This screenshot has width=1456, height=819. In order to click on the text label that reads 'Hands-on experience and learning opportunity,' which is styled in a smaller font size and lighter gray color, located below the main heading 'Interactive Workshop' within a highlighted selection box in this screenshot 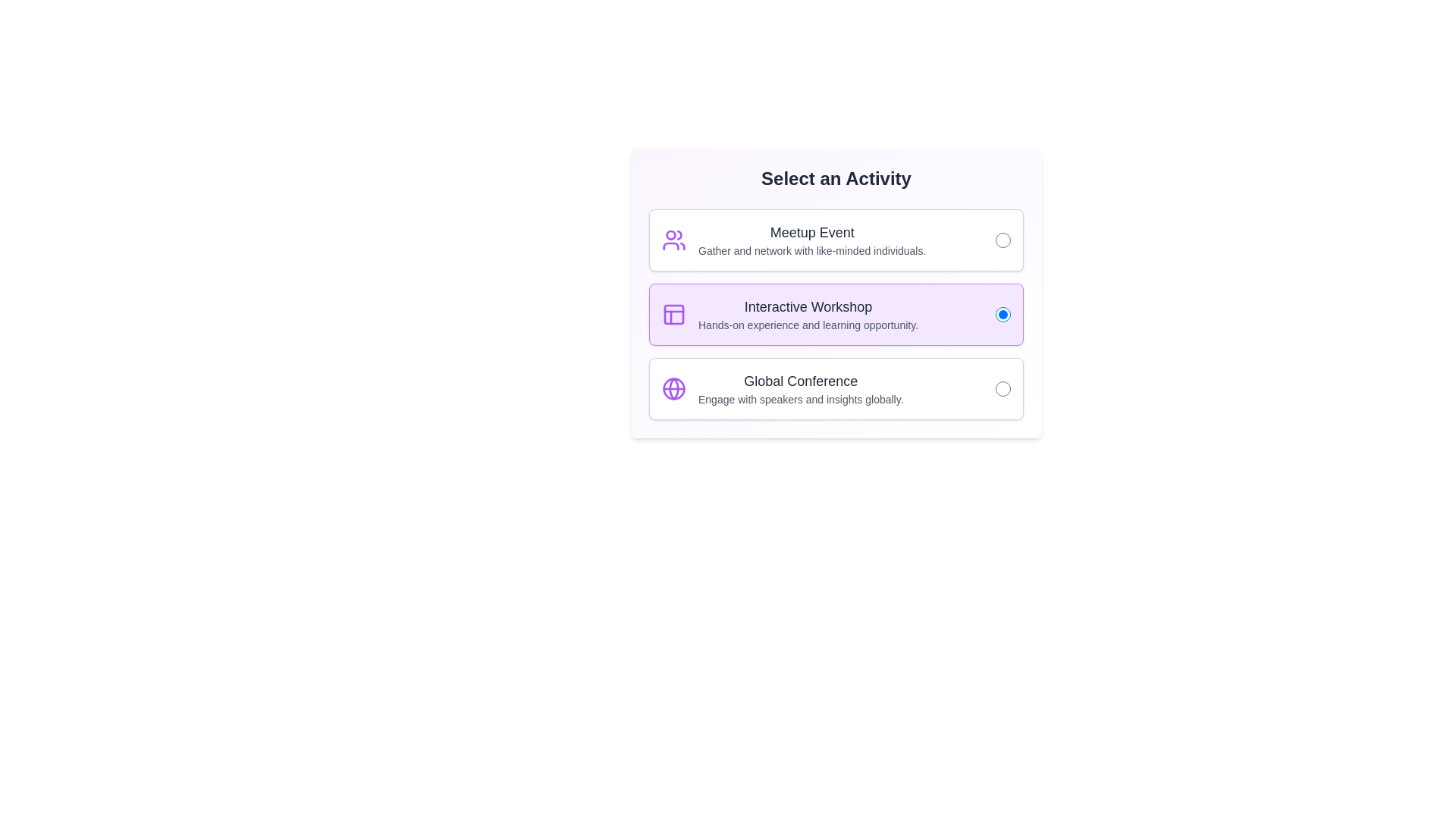, I will do `click(807, 324)`.